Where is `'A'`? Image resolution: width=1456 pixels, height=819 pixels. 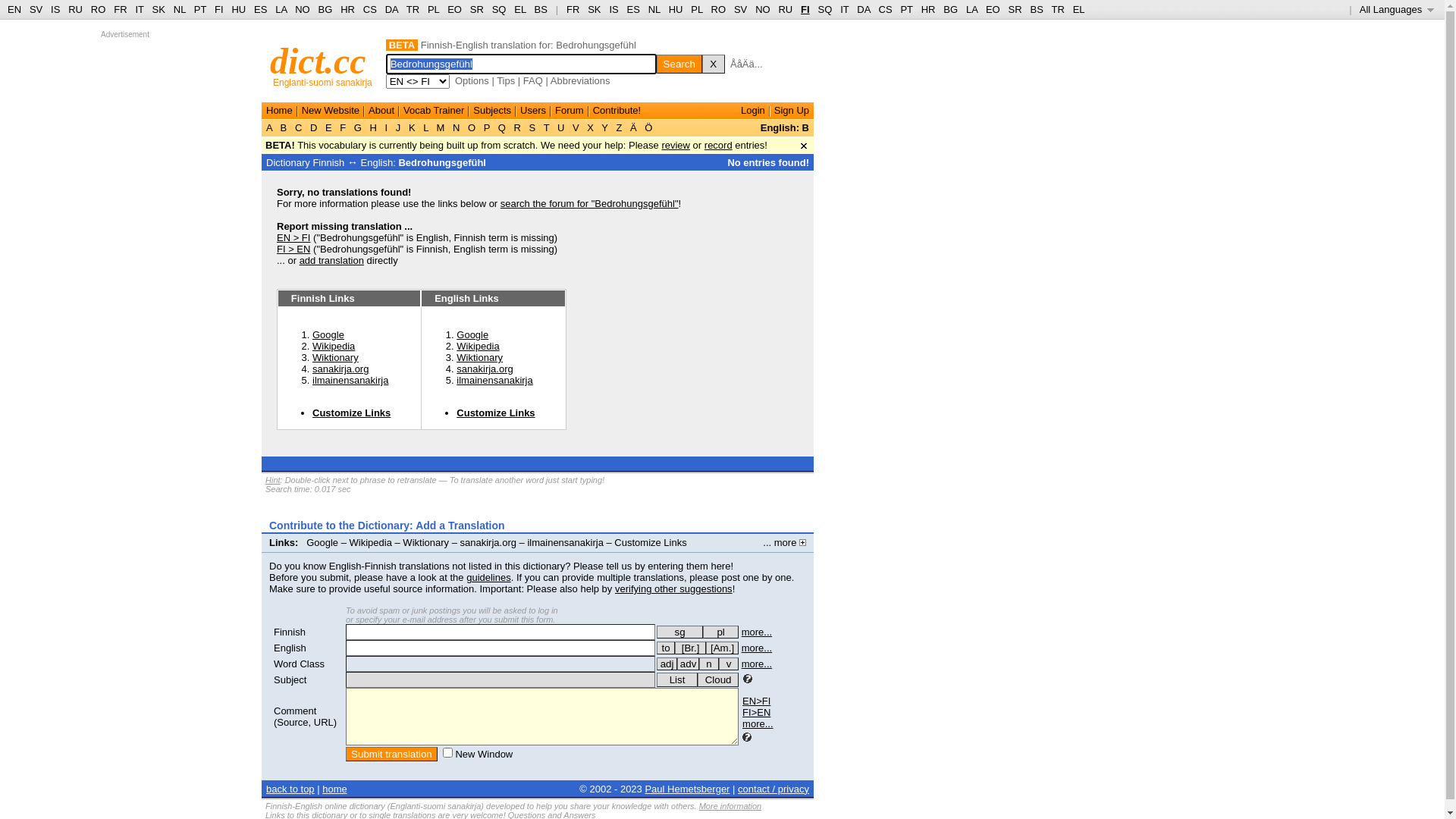
'A' is located at coordinates (265, 127).